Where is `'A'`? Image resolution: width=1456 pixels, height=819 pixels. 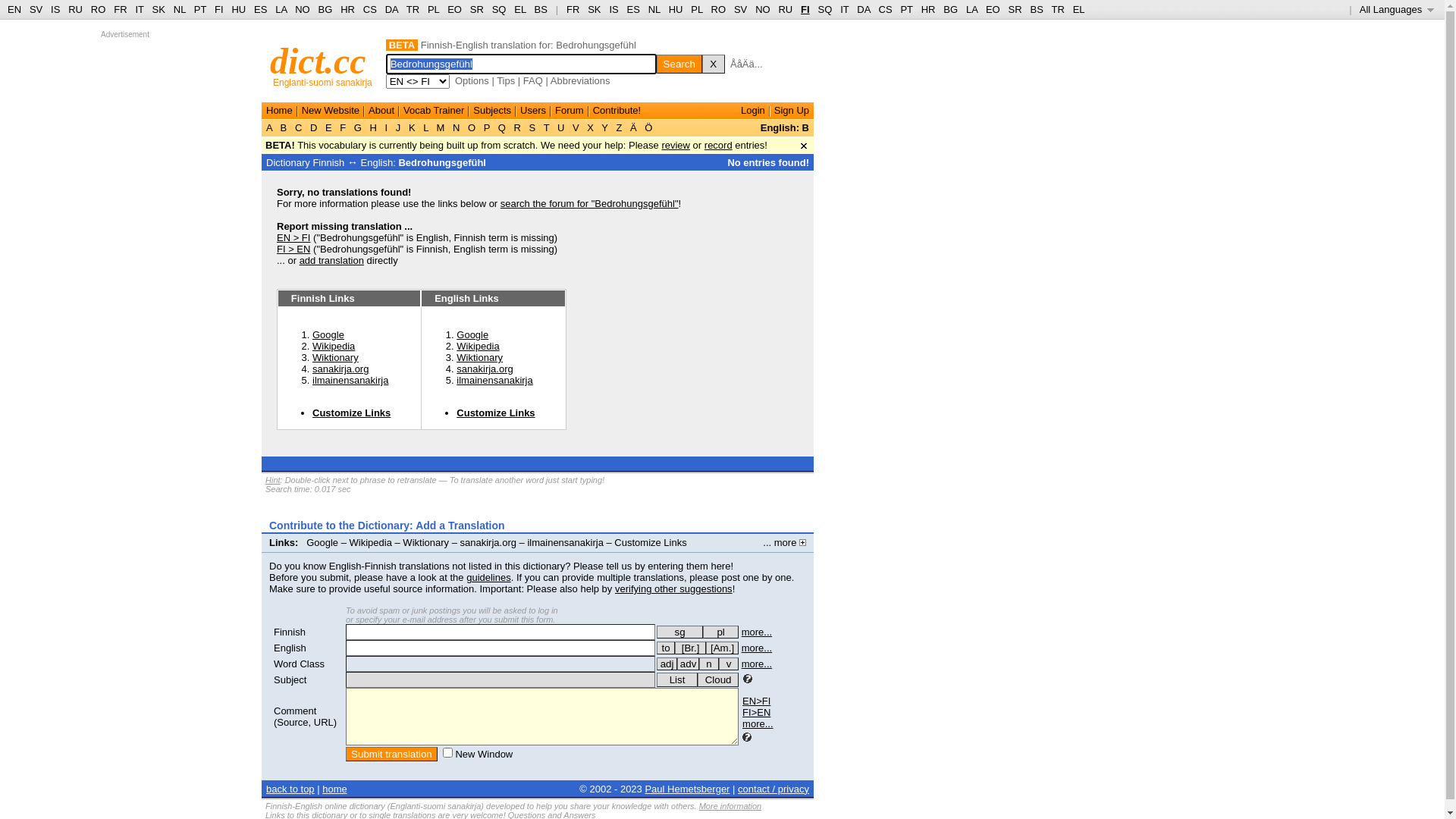
'A' is located at coordinates (265, 127).